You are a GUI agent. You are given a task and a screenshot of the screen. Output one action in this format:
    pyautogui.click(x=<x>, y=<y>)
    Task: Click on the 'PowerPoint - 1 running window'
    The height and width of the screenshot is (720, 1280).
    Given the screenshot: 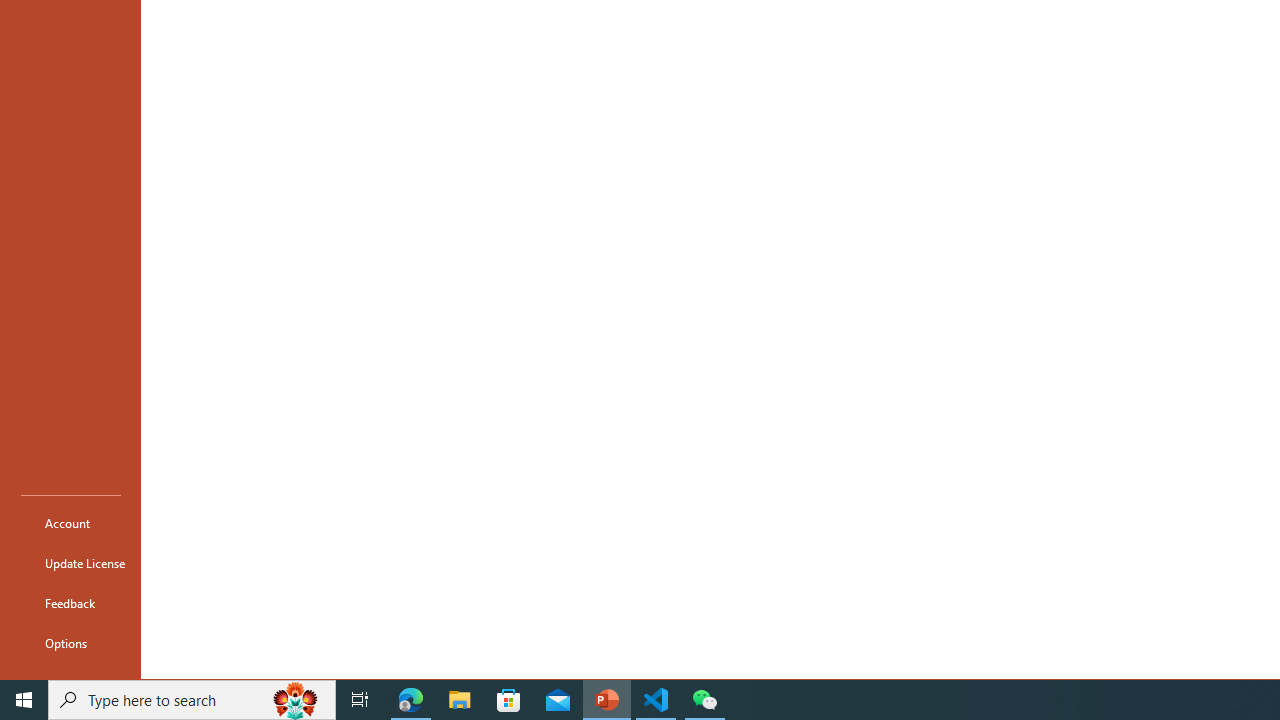 What is the action you would take?
    pyautogui.click(x=606, y=698)
    